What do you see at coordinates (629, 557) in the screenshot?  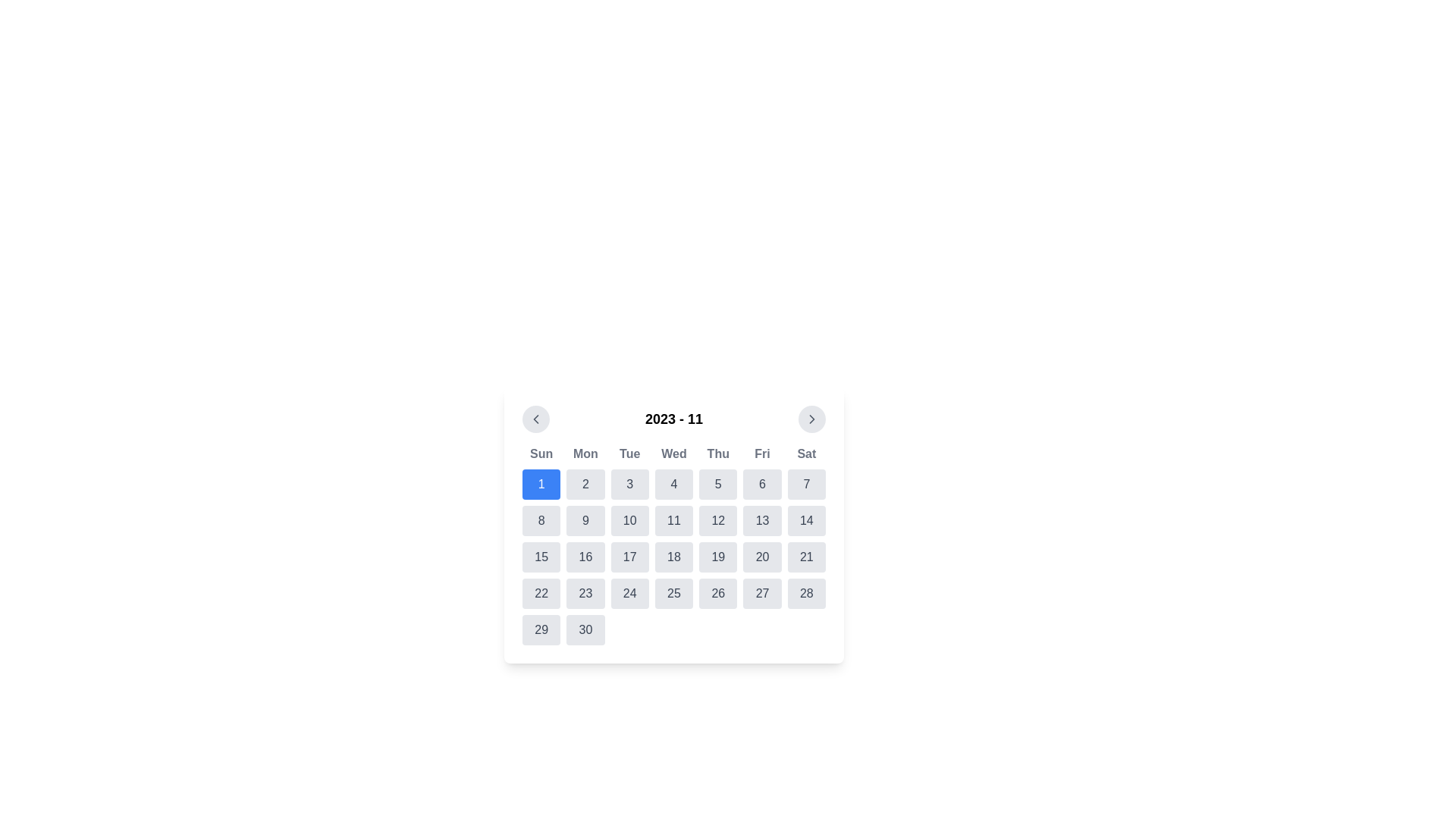 I see `the button displaying '17' with a grey background` at bounding box center [629, 557].